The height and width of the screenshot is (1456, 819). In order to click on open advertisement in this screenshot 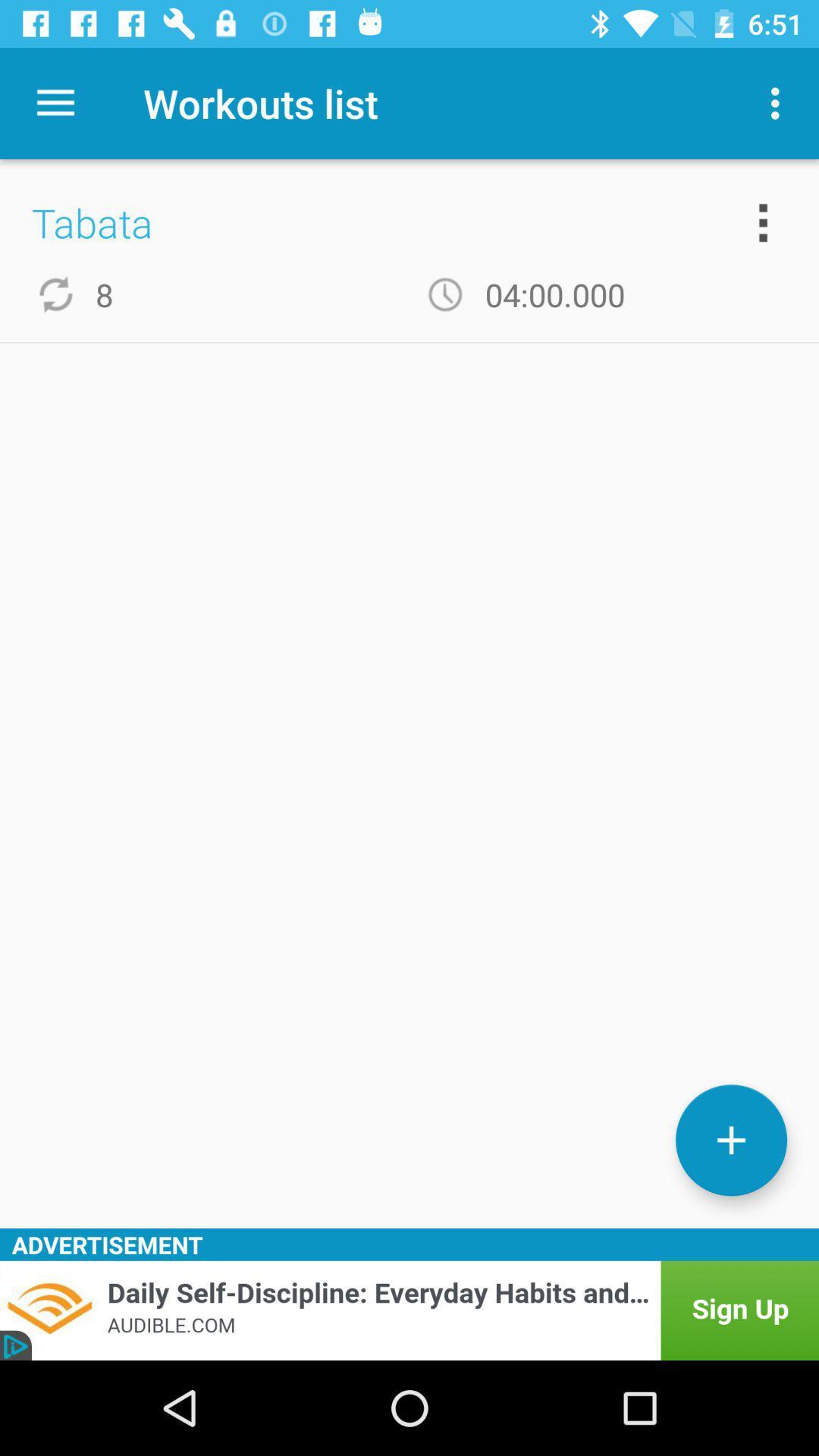, I will do `click(409, 1310)`.